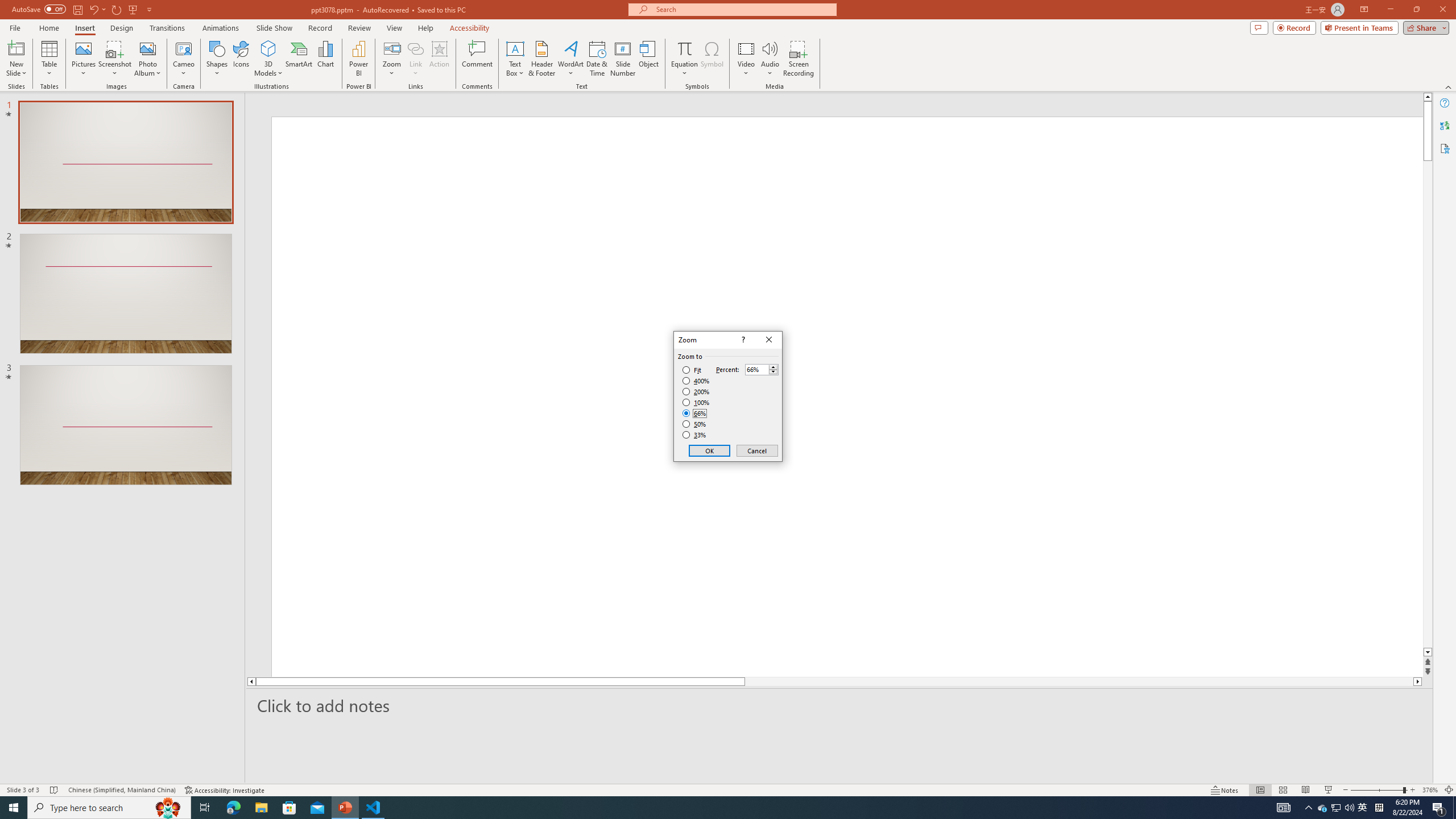 Image resolution: width=1456 pixels, height=819 pixels. What do you see at coordinates (742, 340) in the screenshot?
I see `'Context help'` at bounding box center [742, 340].